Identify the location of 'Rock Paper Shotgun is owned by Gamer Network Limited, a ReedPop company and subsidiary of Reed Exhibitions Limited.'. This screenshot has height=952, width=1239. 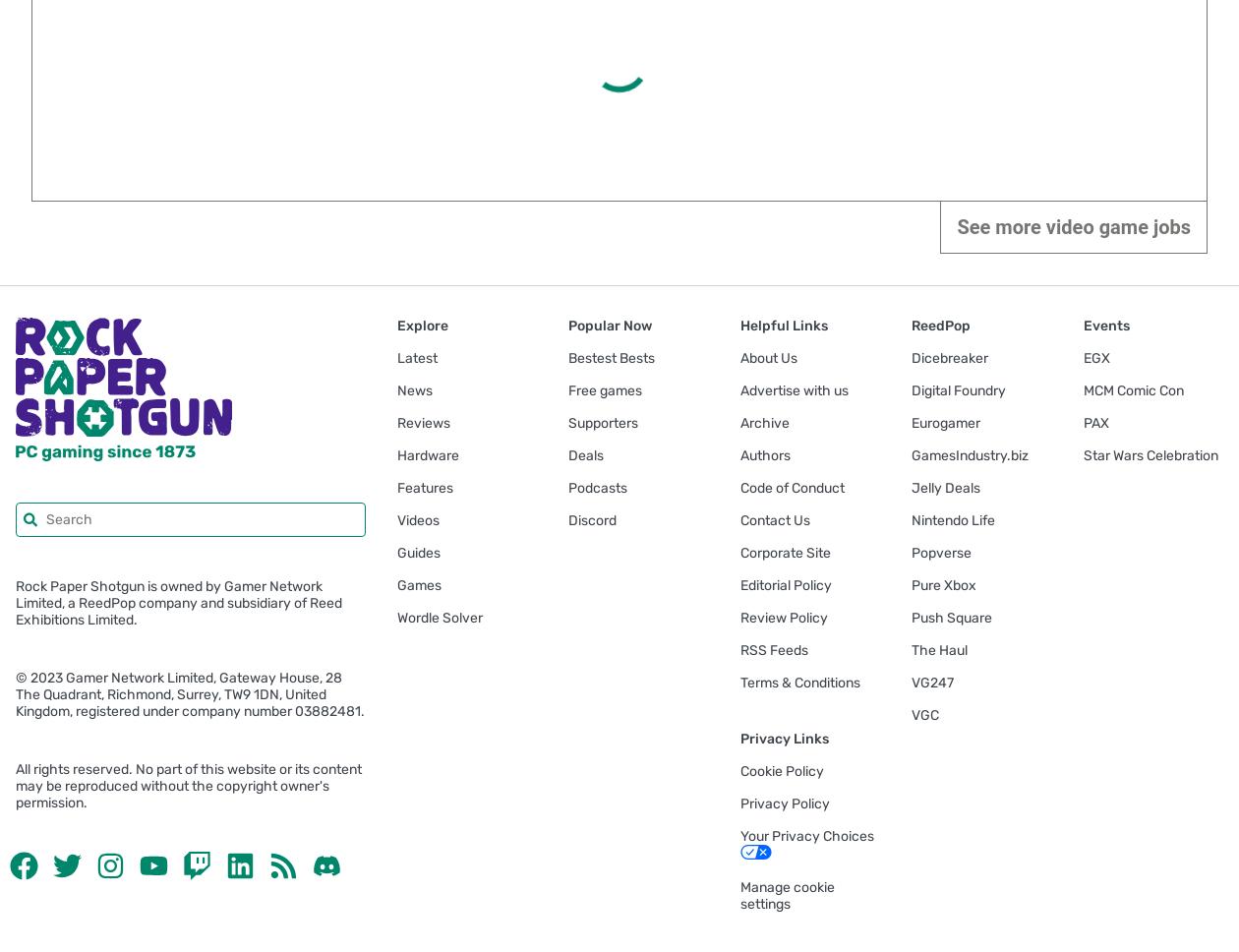
(178, 601).